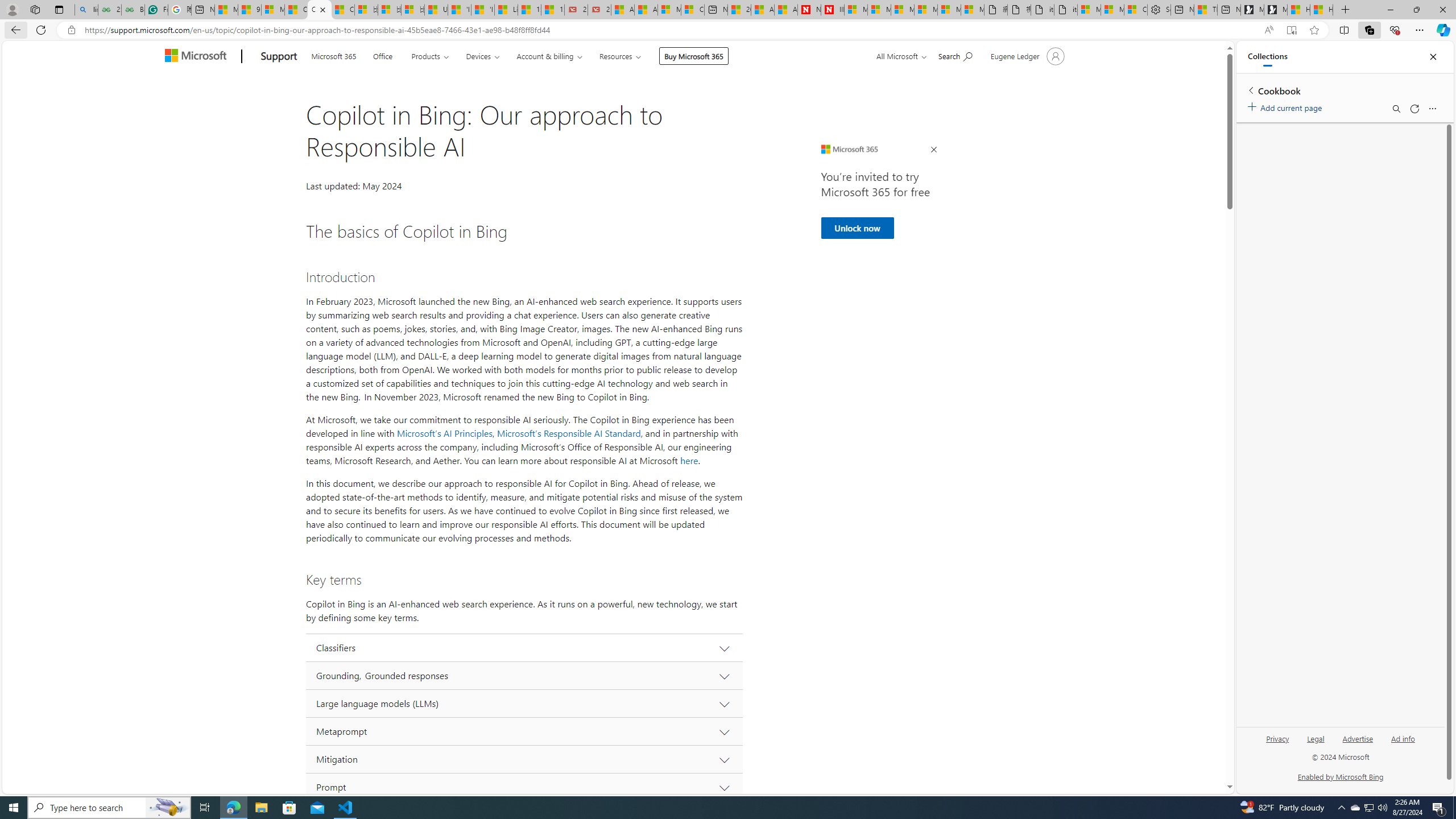 The height and width of the screenshot is (819, 1456). I want to click on 'USA TODAY - MSN', so click(436, 9).